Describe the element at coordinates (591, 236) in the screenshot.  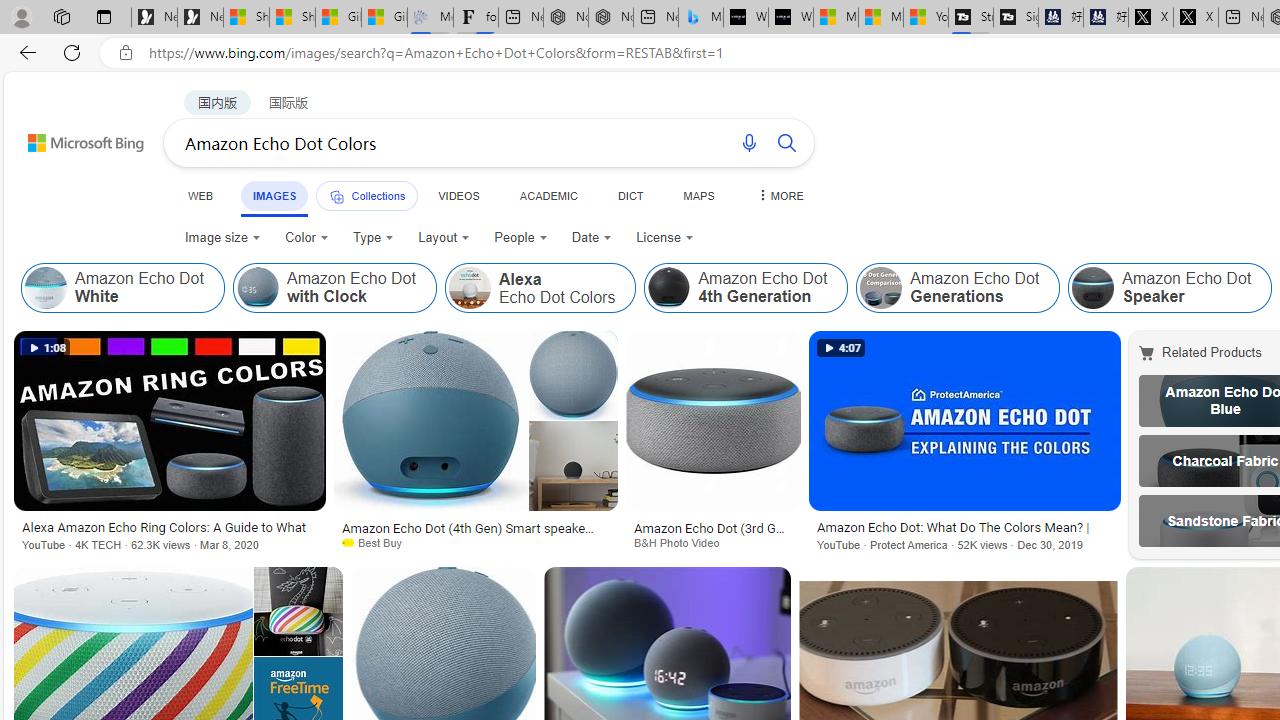
I see `'Date'` at that location.